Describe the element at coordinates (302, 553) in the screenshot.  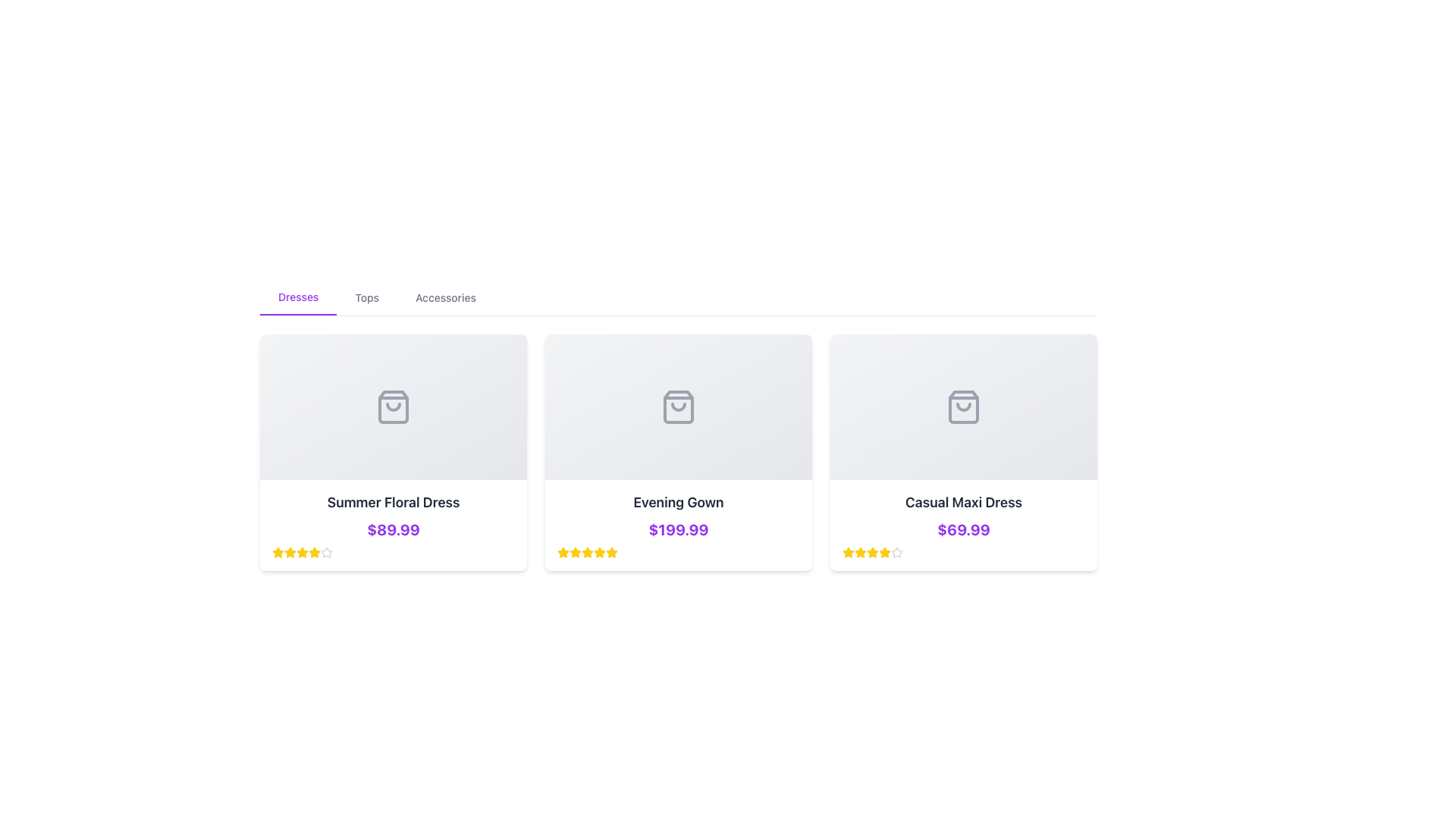
I see `the fourth star icon, which is bright yellow and part of a rating component below the 'Summer Floral Dress' title and price` at that location.